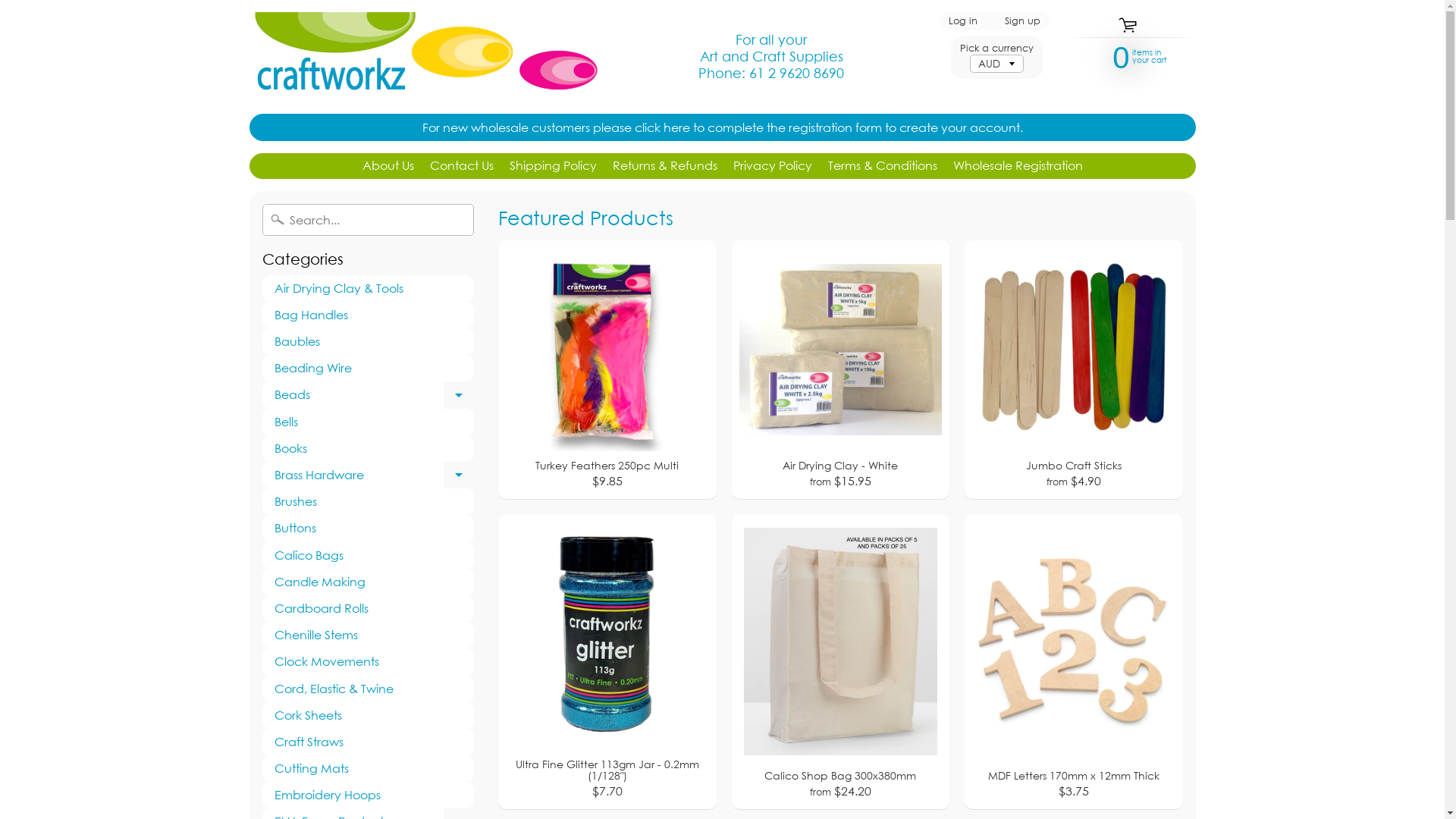 The image size is (1456, 819). Describe the element at coordinates (997, 20) in the screenshot. I see `'Sign up'` at that location.